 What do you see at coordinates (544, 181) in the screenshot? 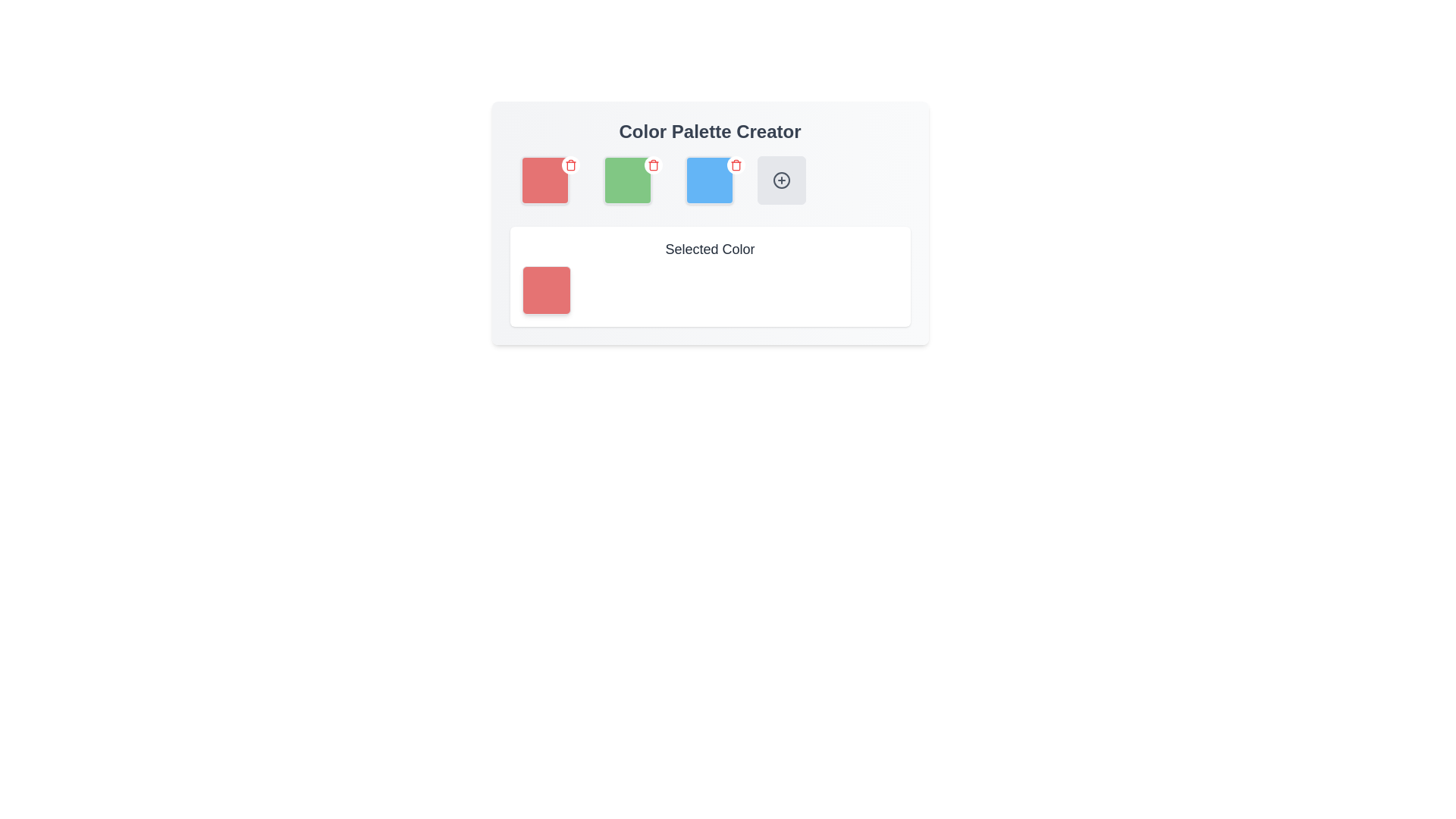
I see `the first colored square button in the 'Color Palette Creator' section` at bounding box center [544, 181].